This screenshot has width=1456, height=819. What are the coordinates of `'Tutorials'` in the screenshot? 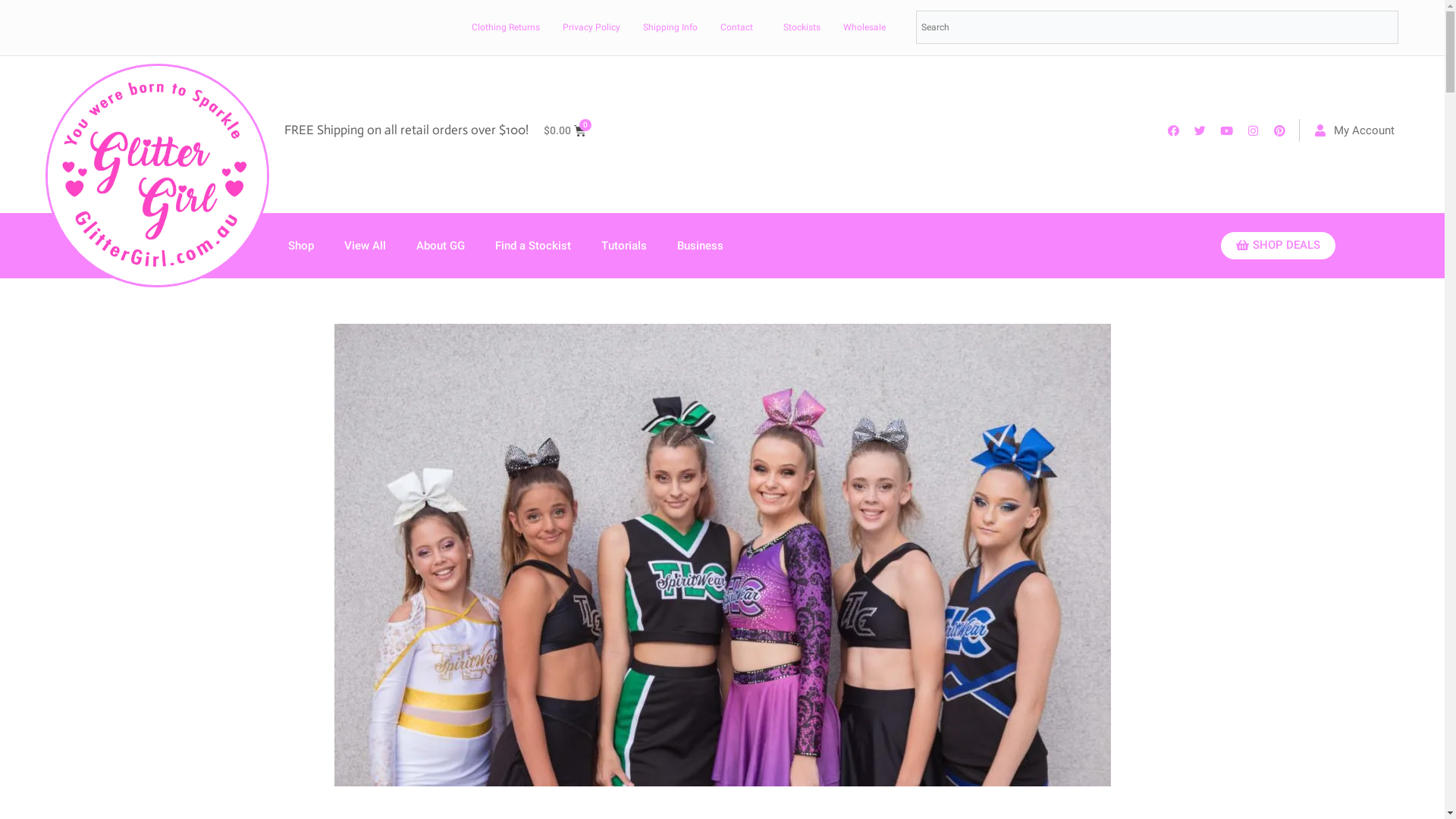 It's located at (623, 245).